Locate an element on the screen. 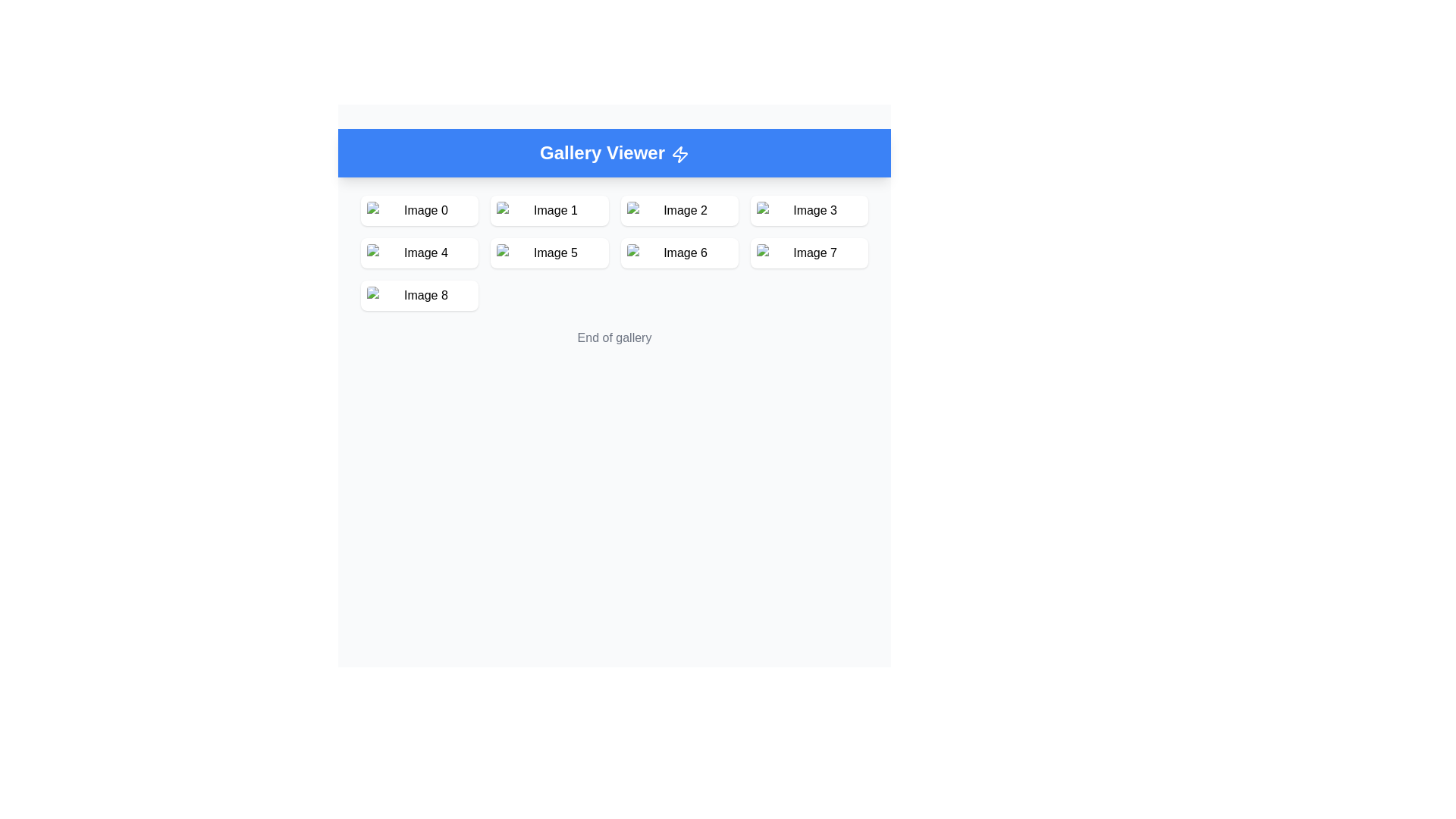 This screenshot has width=1456, height=819. the image displayed in the gallery viewer, located in the fourth column of the second row, next to 'Image 6' is located at coordinates (808, 253).